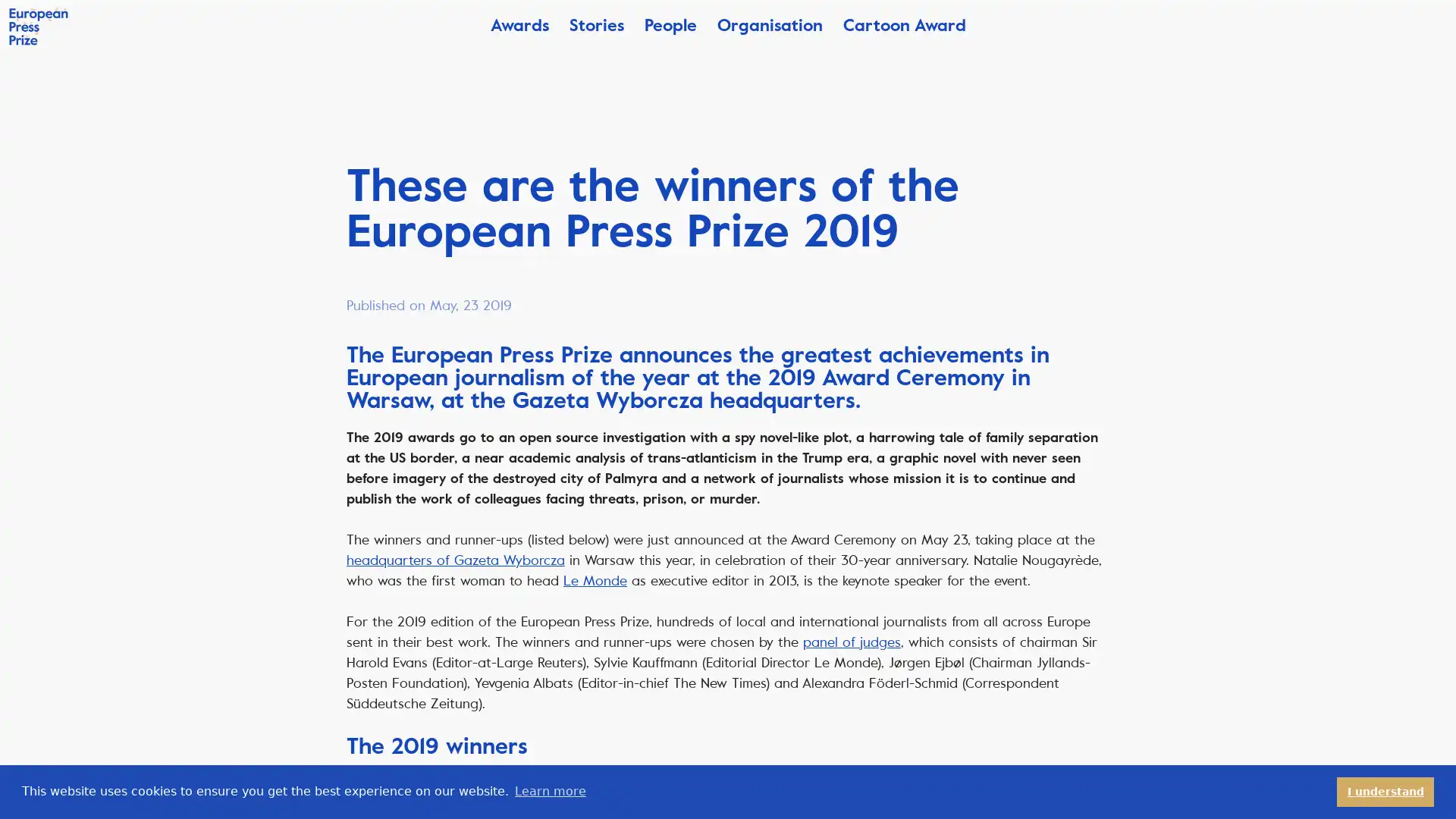 This screenshot has width=1456, height=819. Describe the element at coordinates (1385, 791) in the screenshot. I see `dismiss cookie message` at that location.